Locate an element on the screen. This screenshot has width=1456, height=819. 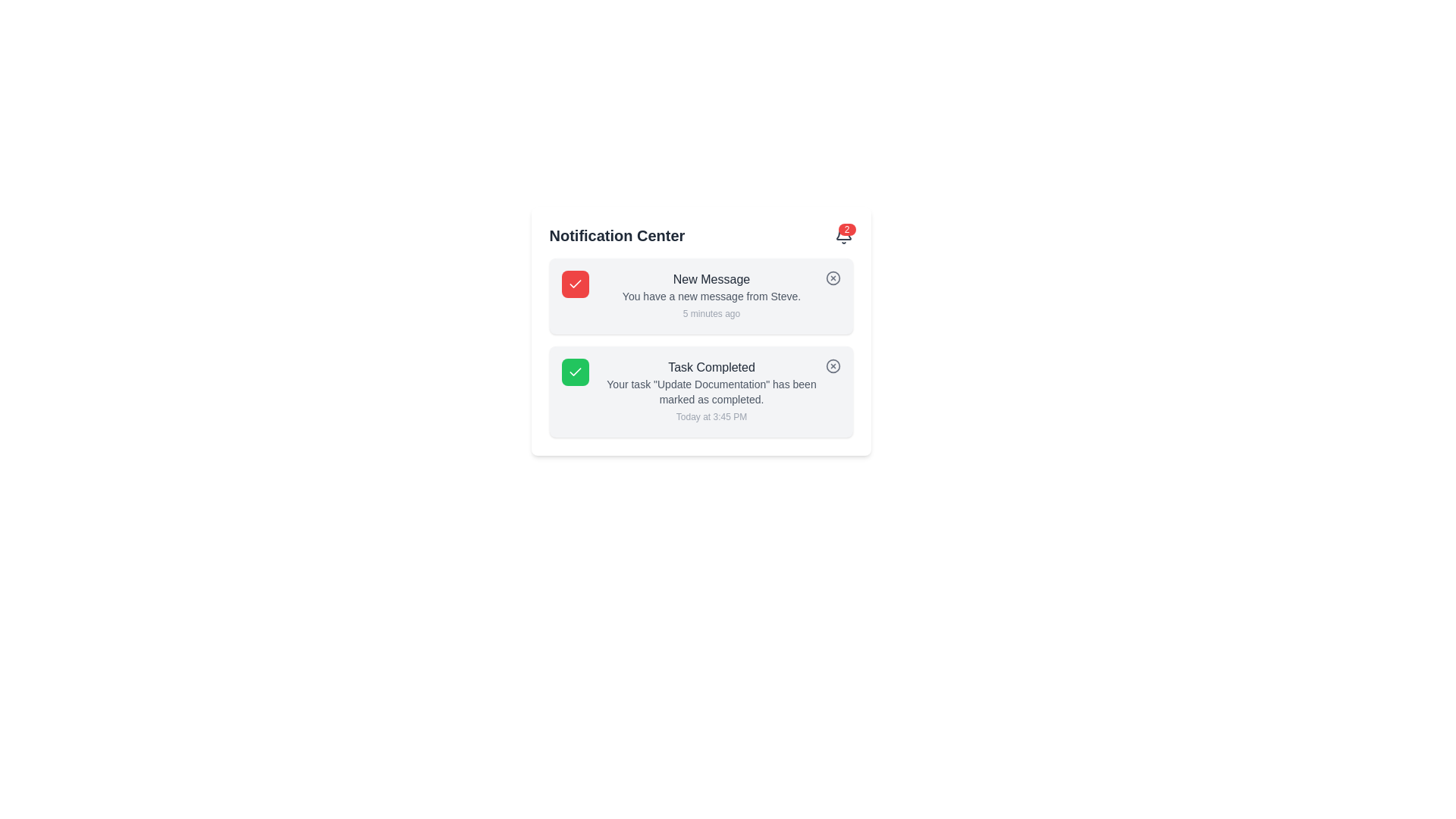
the circular button with a cross icon located in the top-right corner of the 'New Message' notification card is located at coordinates (832, 278).